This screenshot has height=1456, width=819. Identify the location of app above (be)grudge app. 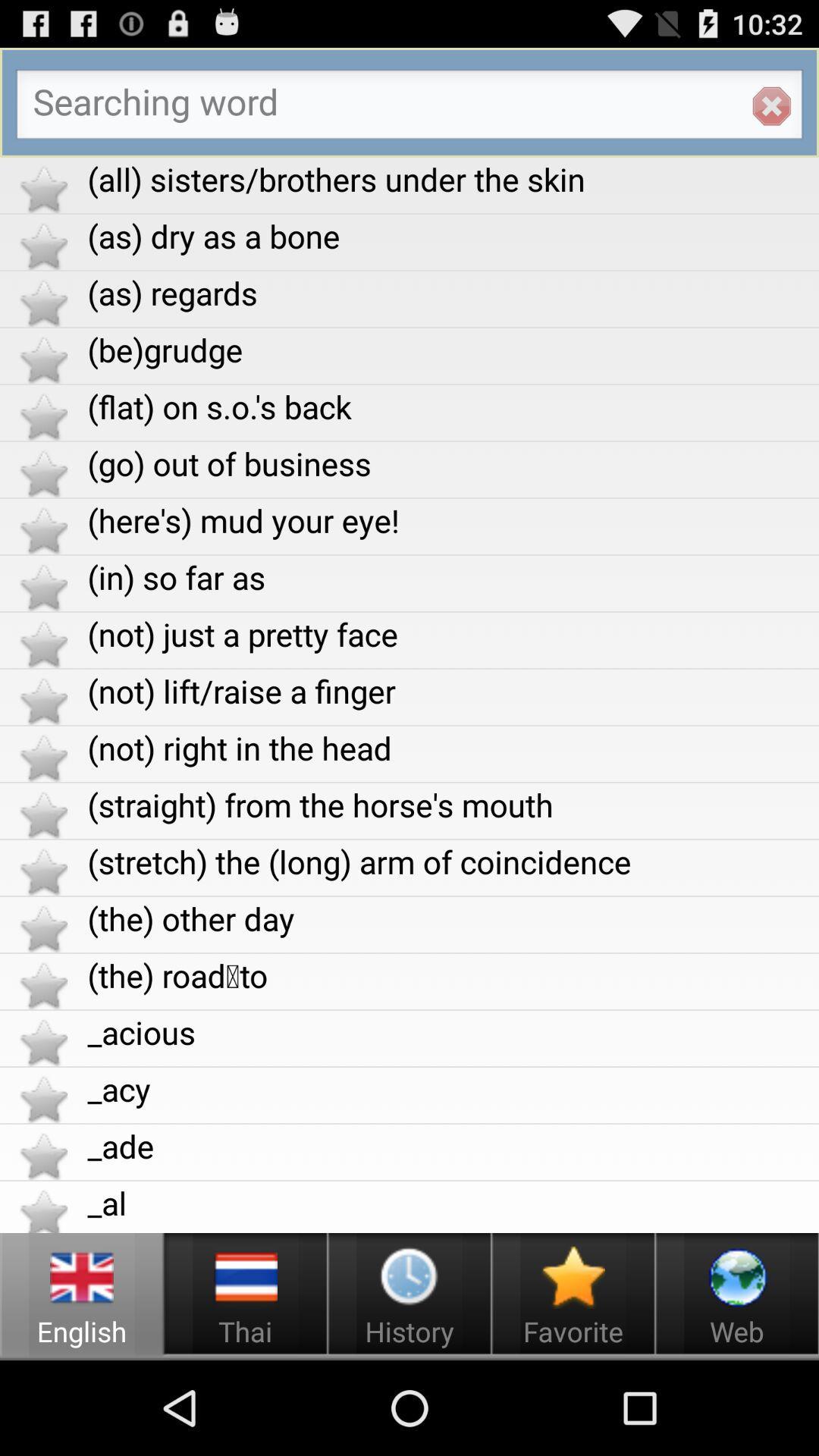
(452, 293).